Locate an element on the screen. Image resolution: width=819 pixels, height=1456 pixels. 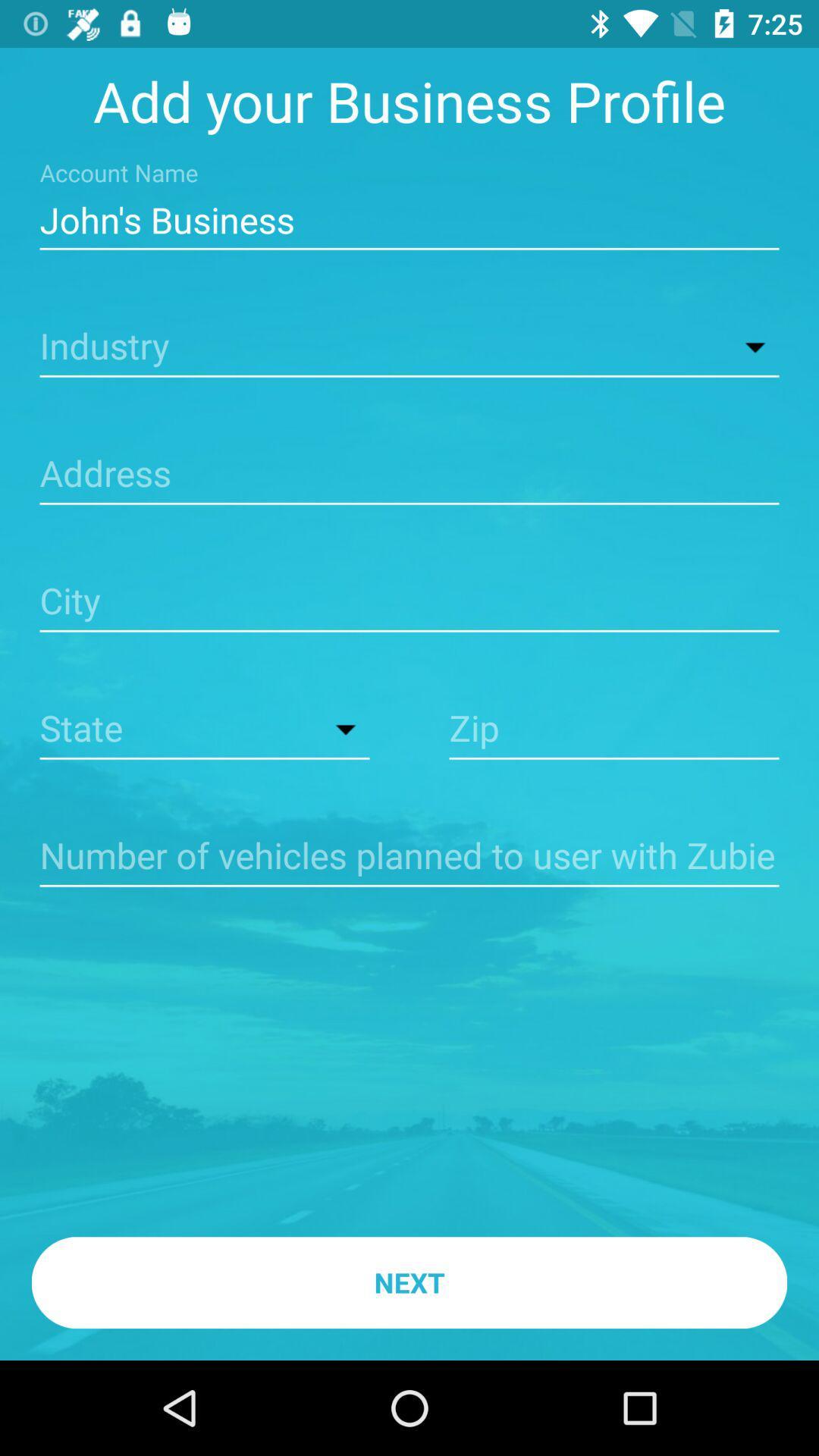
city is located at coordinates (409, 602).